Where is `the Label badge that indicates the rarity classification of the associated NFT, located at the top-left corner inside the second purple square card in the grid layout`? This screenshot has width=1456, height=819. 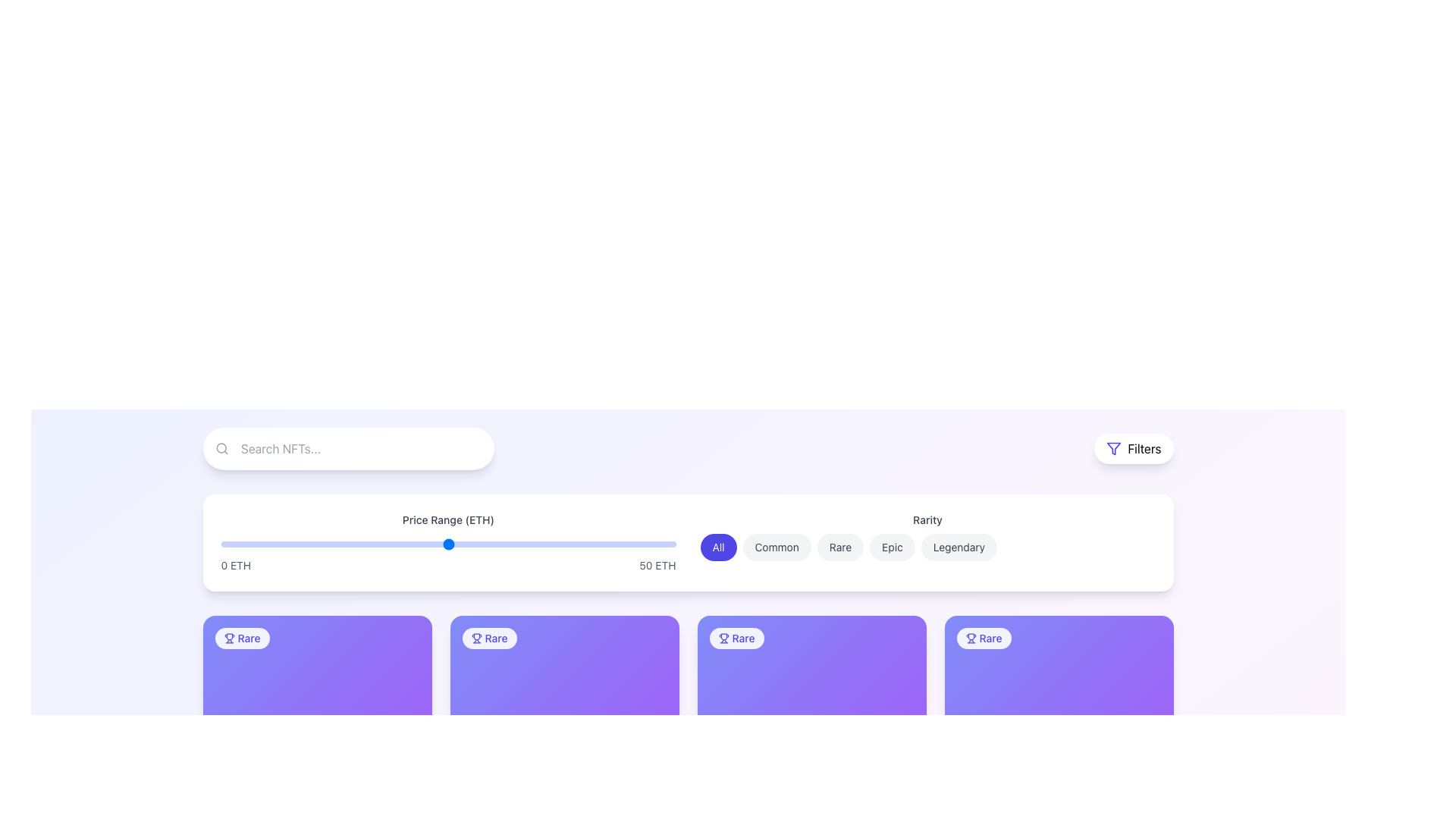 the Label badge that indicates the rarity classification of the associated NFT, located at the top-left corner inside the second purple square card in the grid layout is located at coordinates (736, 638).